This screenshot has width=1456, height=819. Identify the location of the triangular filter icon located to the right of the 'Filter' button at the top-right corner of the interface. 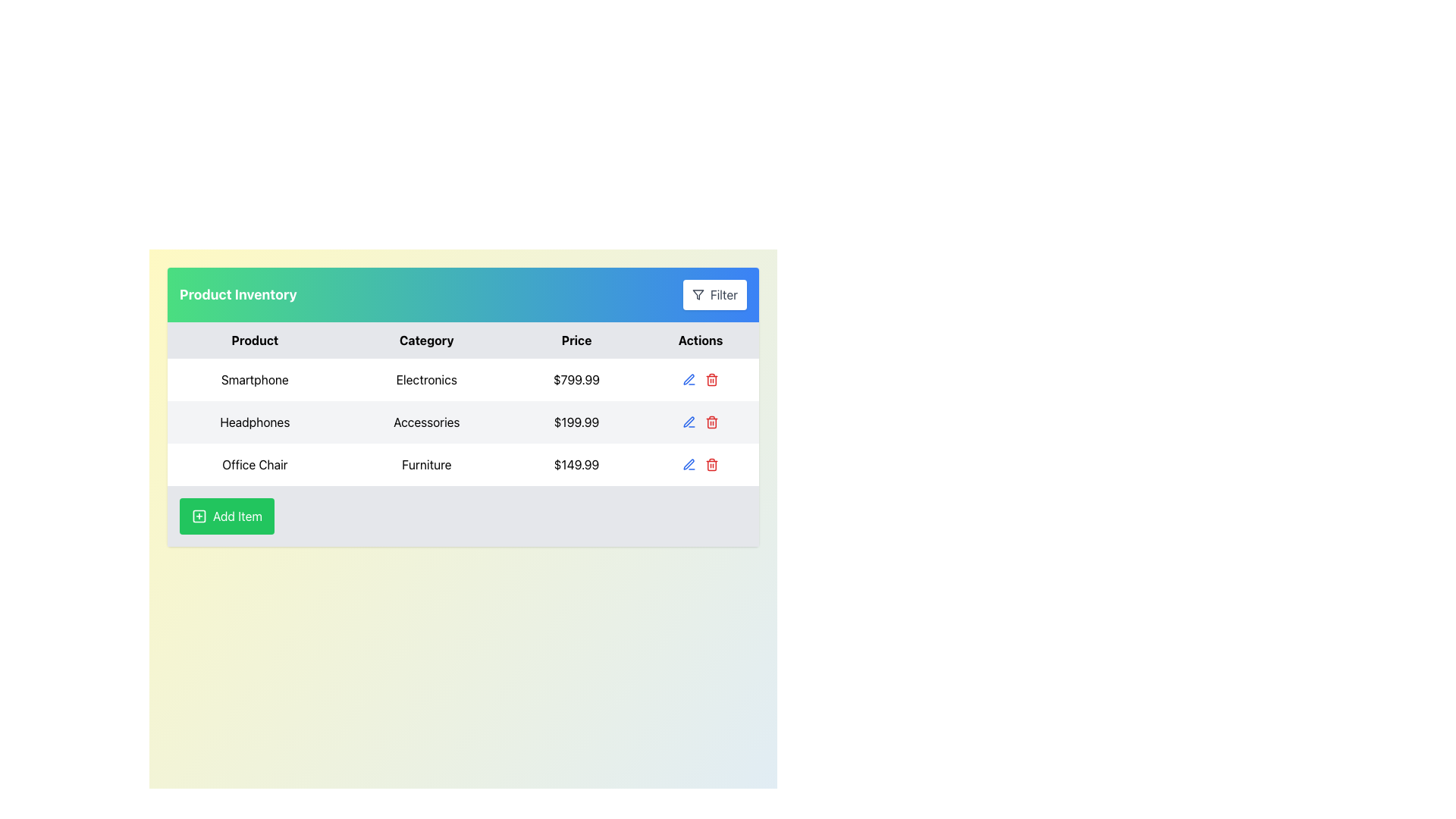
(697, 295).